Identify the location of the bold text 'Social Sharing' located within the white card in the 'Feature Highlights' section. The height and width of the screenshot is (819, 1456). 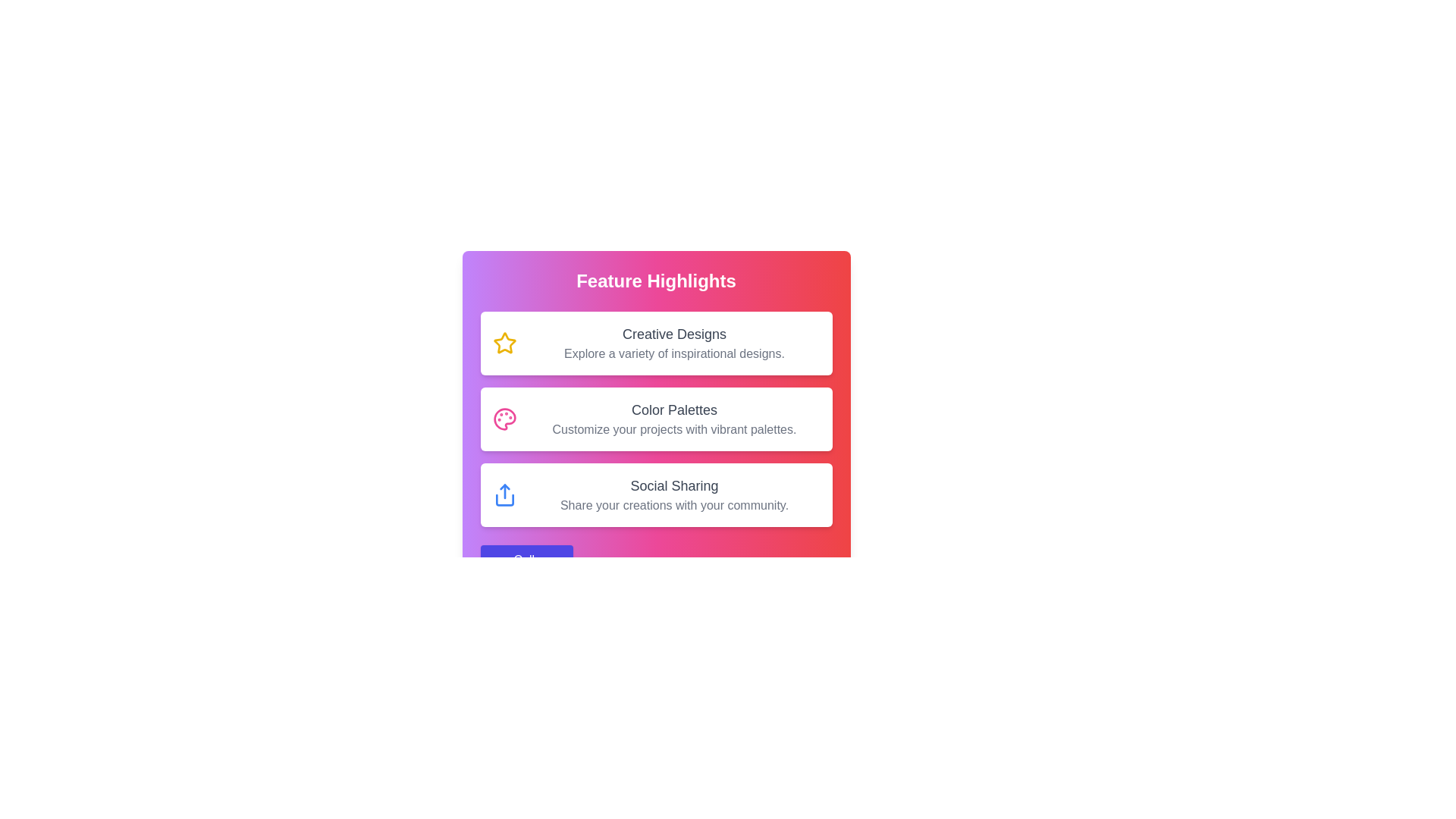
(673, 485).